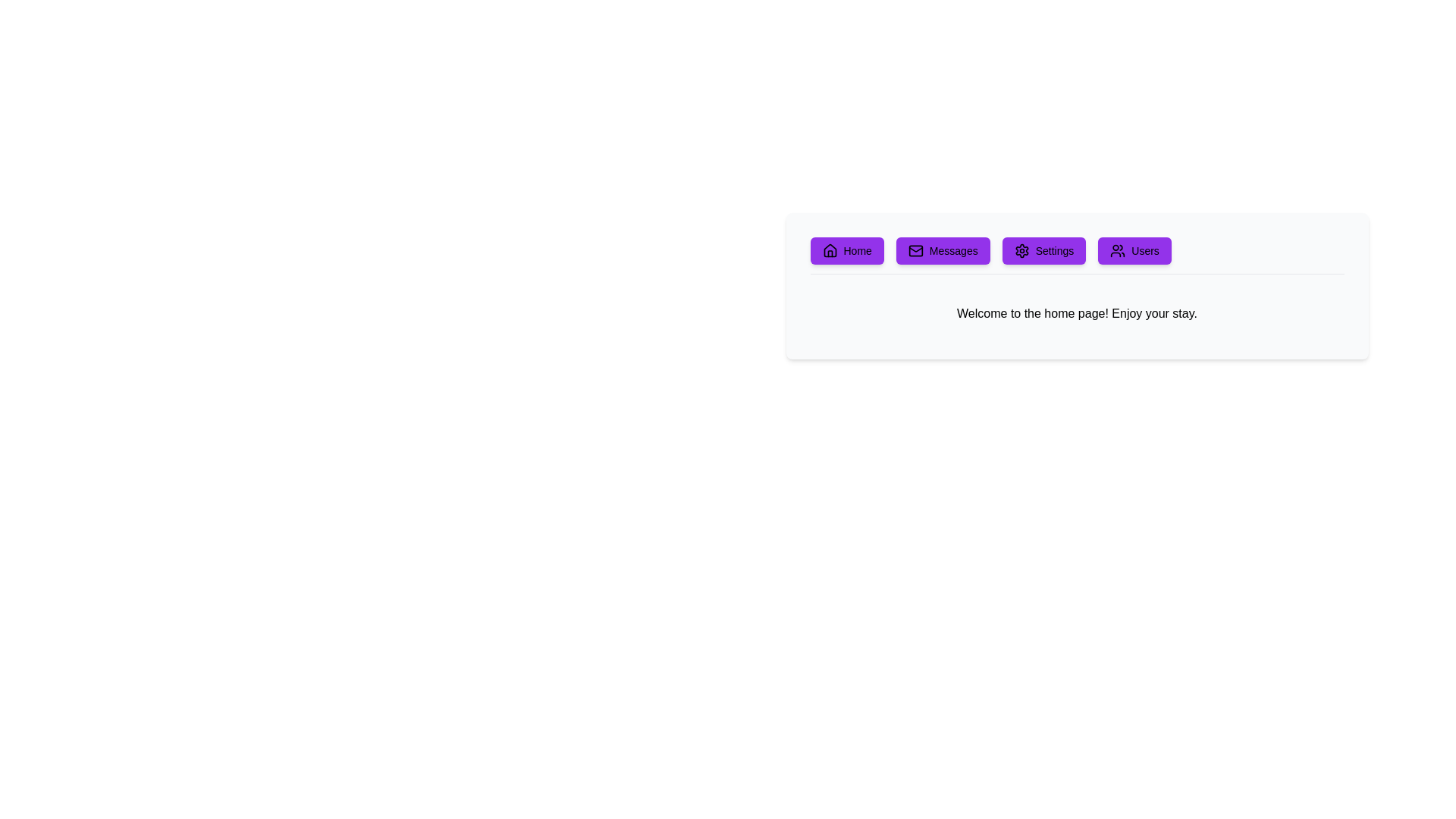  Describe the element at coordinates (942, 250) in the screenshot. I see `the 'Messages' navigation button located between the 'Home' and 'Settings' buttons` at that location.